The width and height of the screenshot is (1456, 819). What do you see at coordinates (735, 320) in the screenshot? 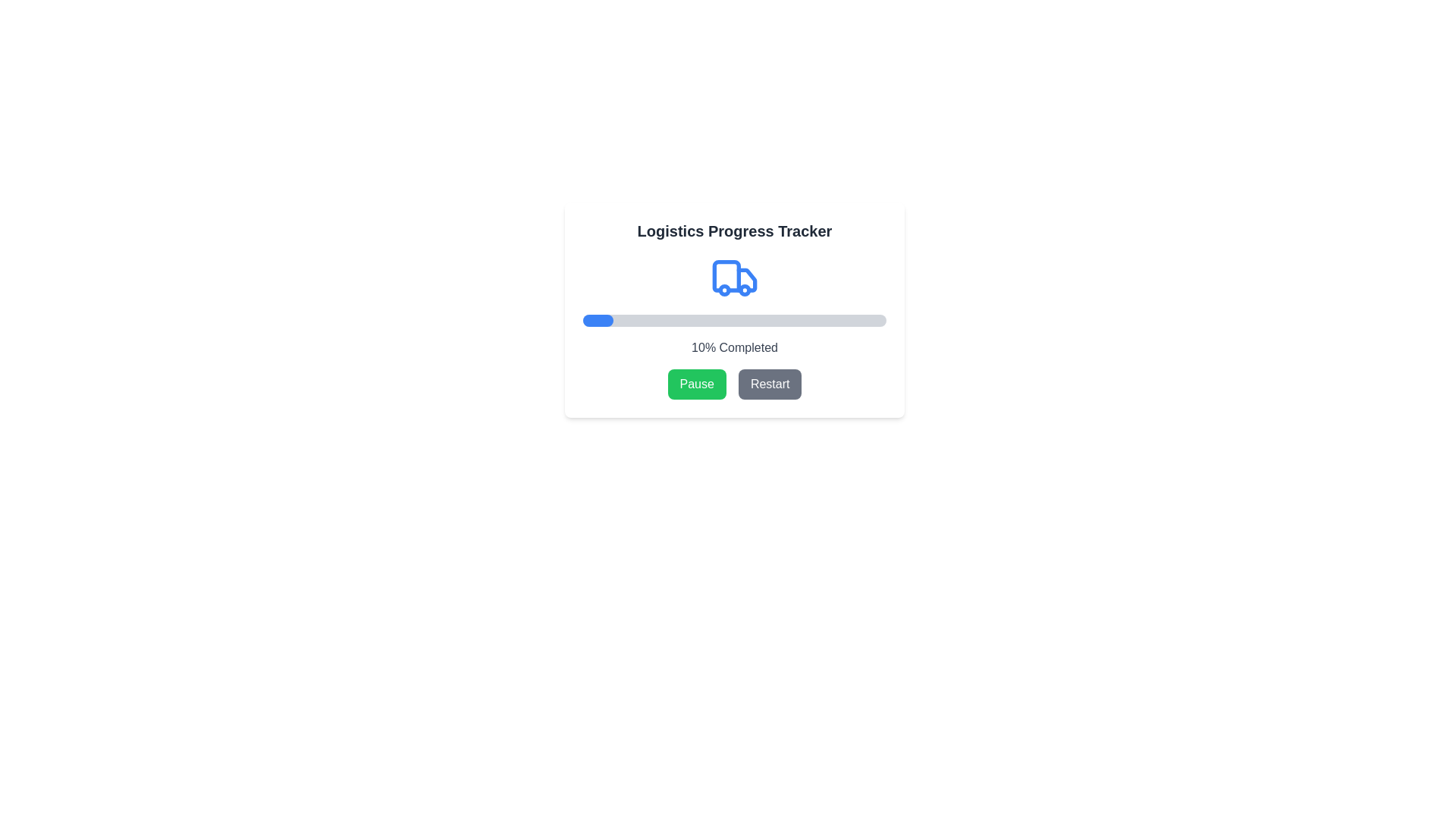
I see `the progress visually on the progress bar located centrally below the 'Logistics Progress Tracker' title and truck icon, and directly above the '5% Completed' text` at bounding box center [735, 320].